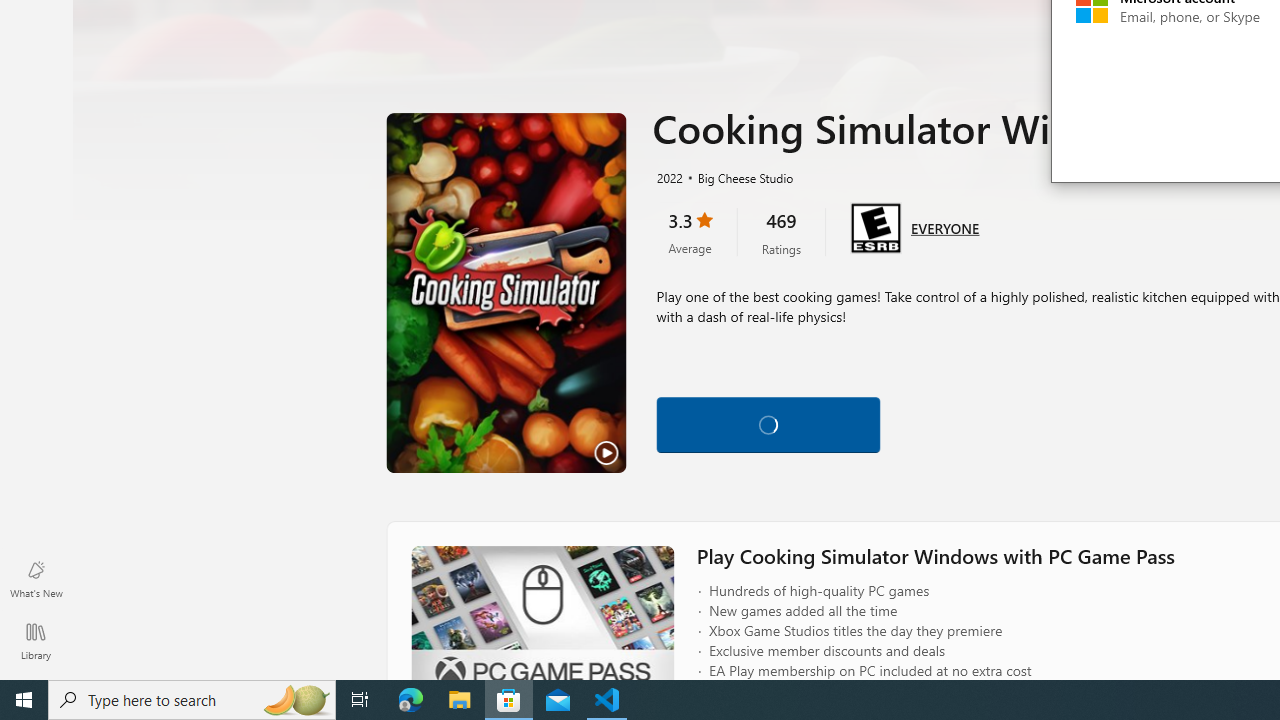 The image size is (1280, 720). What do you see at coordinates (767, 423) in the screenshot?
I see `'AutomationID: Button'` at bounding box center [767, 423].